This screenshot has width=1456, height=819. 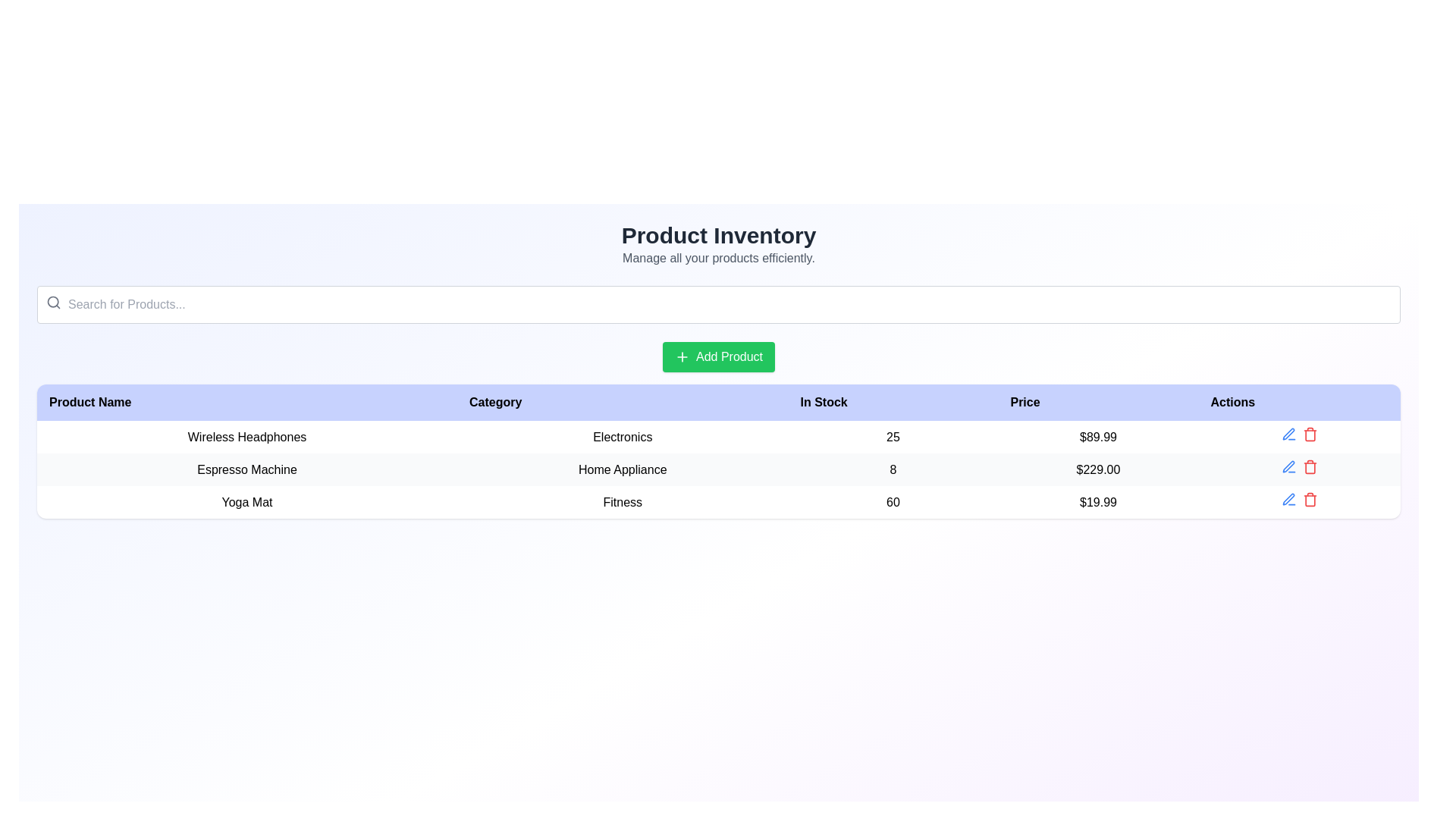 I want to click on the trash icon located in the right-most column under 'Actions' in the third row of the data table, so click(x=1309, y=500).